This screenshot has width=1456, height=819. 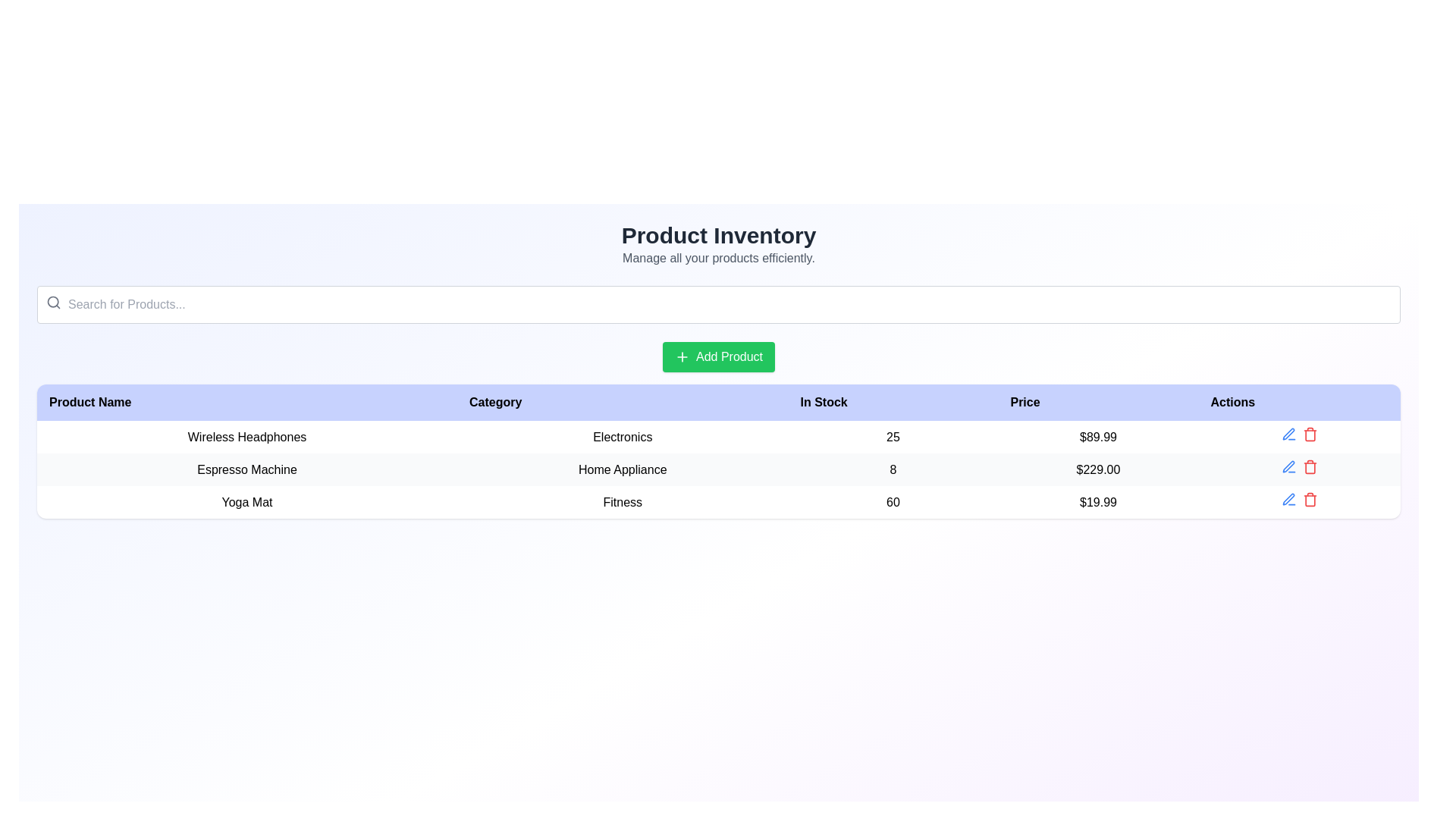 I want to click on the trash icon located in the right-most column under 'Actions' in the third row of the data table, so click(x=1309, y=500).